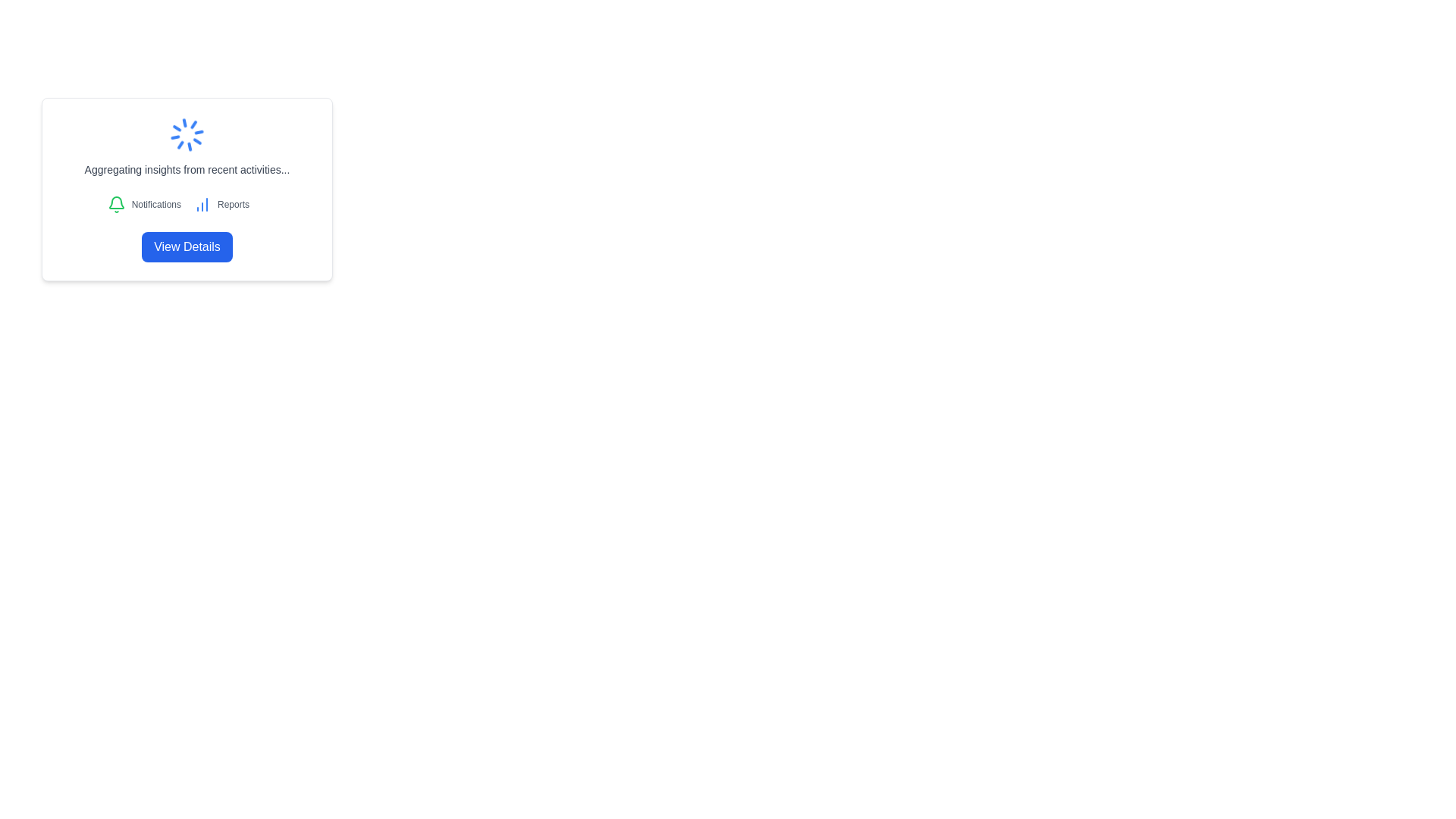 The height and width of the screenshot is (819, 1456). Describe the element at coordinates (144, 205) in the screenshot. I see `the 'Notifications' label with the green bell icon, which is the first item in the grid layout located at the top-left corner` at that location.